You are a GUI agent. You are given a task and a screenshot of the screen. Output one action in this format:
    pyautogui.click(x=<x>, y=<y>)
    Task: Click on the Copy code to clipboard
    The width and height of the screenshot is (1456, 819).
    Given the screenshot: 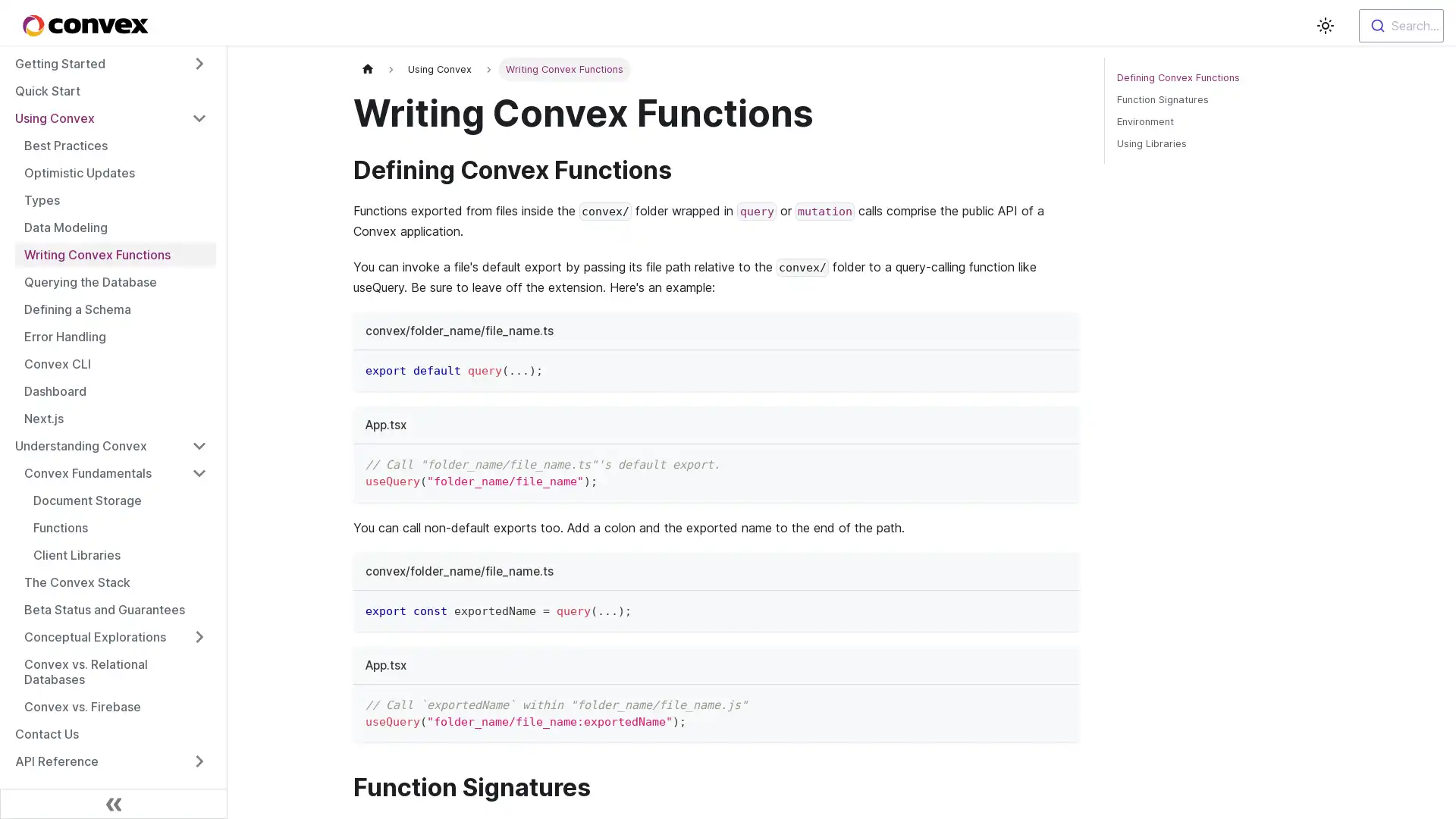 What is the action you would take?
    pyautogui.click(x=1060, y=607)
    